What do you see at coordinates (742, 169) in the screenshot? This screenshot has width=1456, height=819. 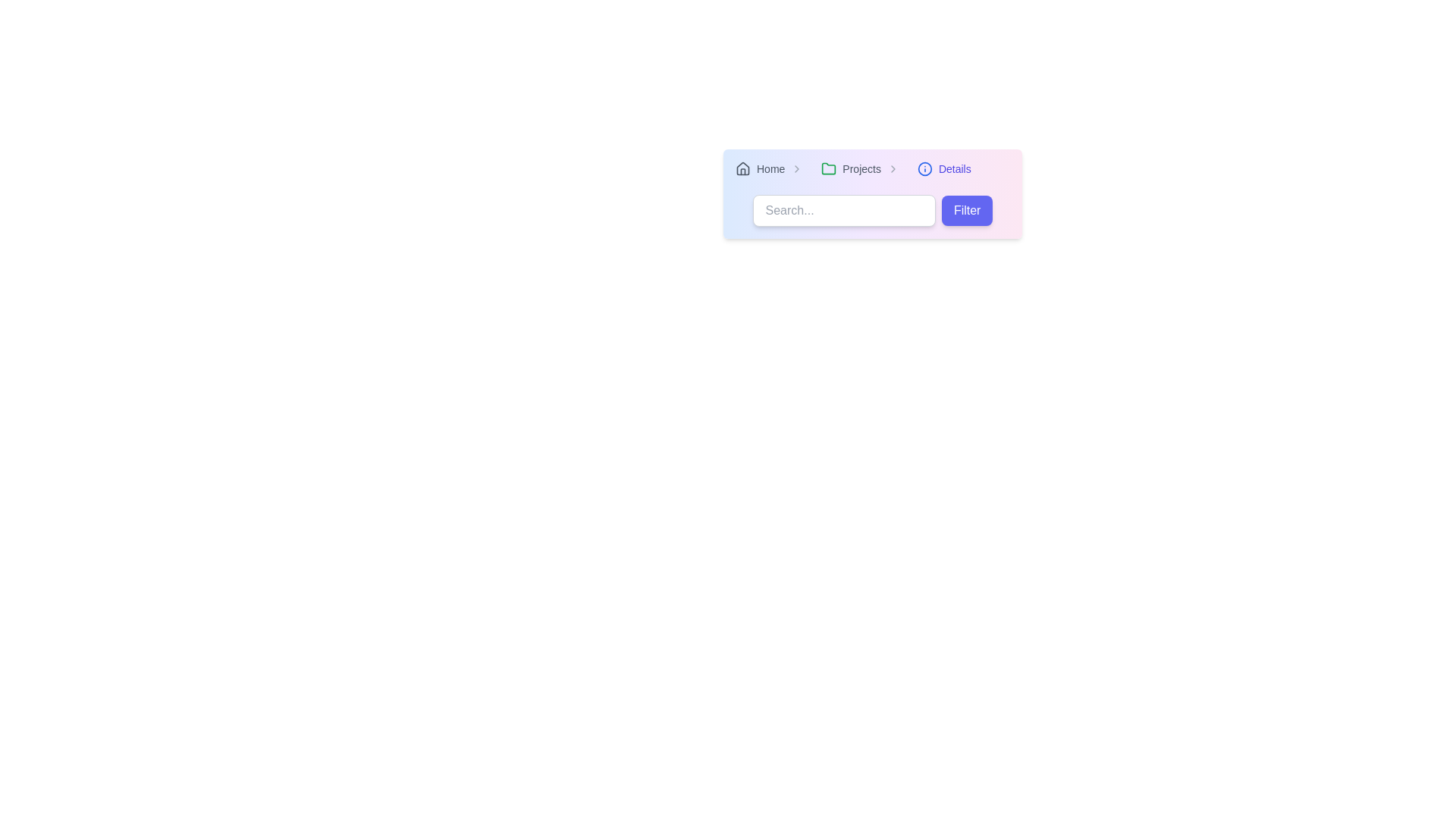 I see `the 'Home' icon located at the far left of the breadcrumb navigation bar` at bounding box center [742, 169].